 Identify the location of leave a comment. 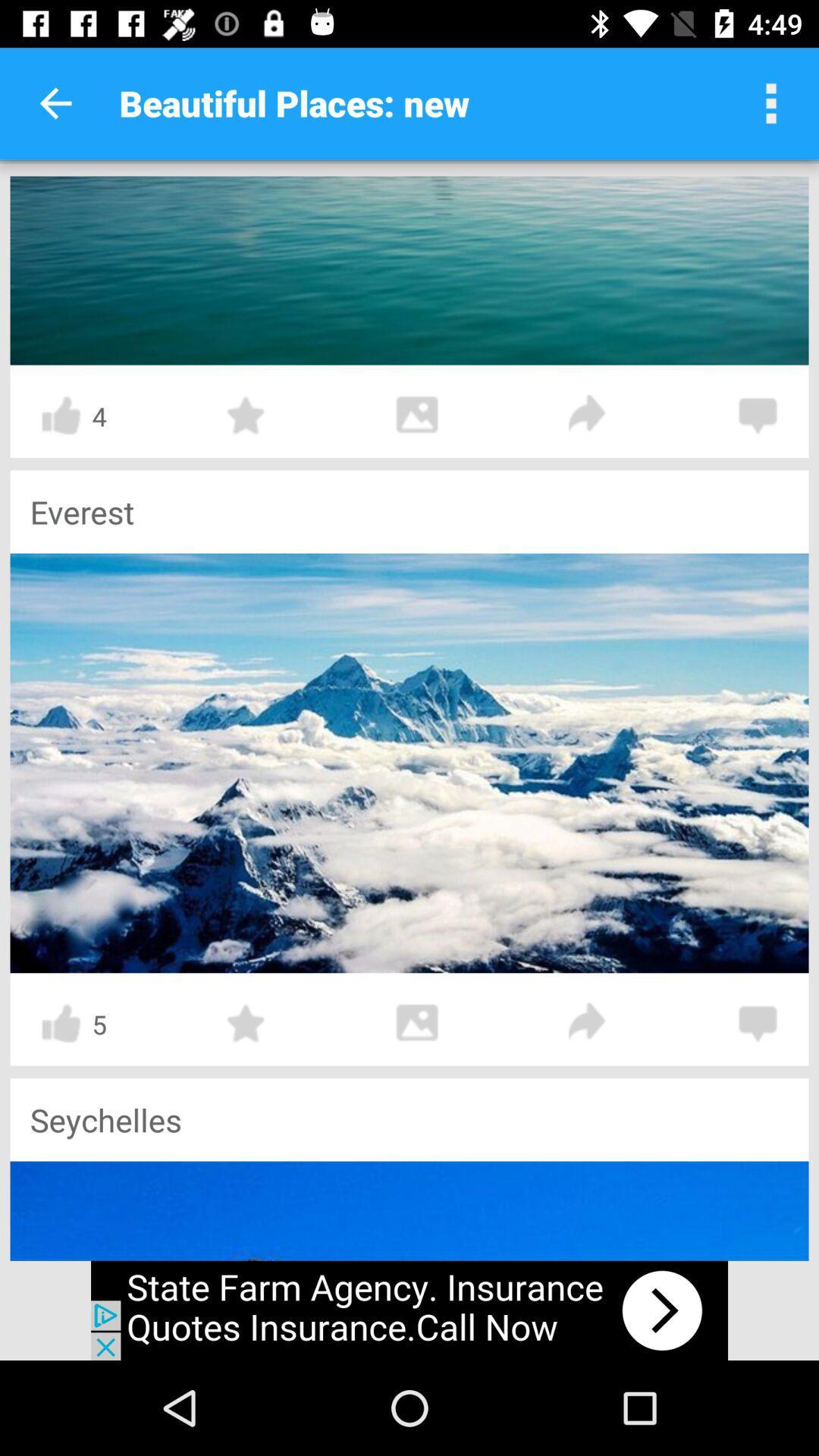
(758, 1023).